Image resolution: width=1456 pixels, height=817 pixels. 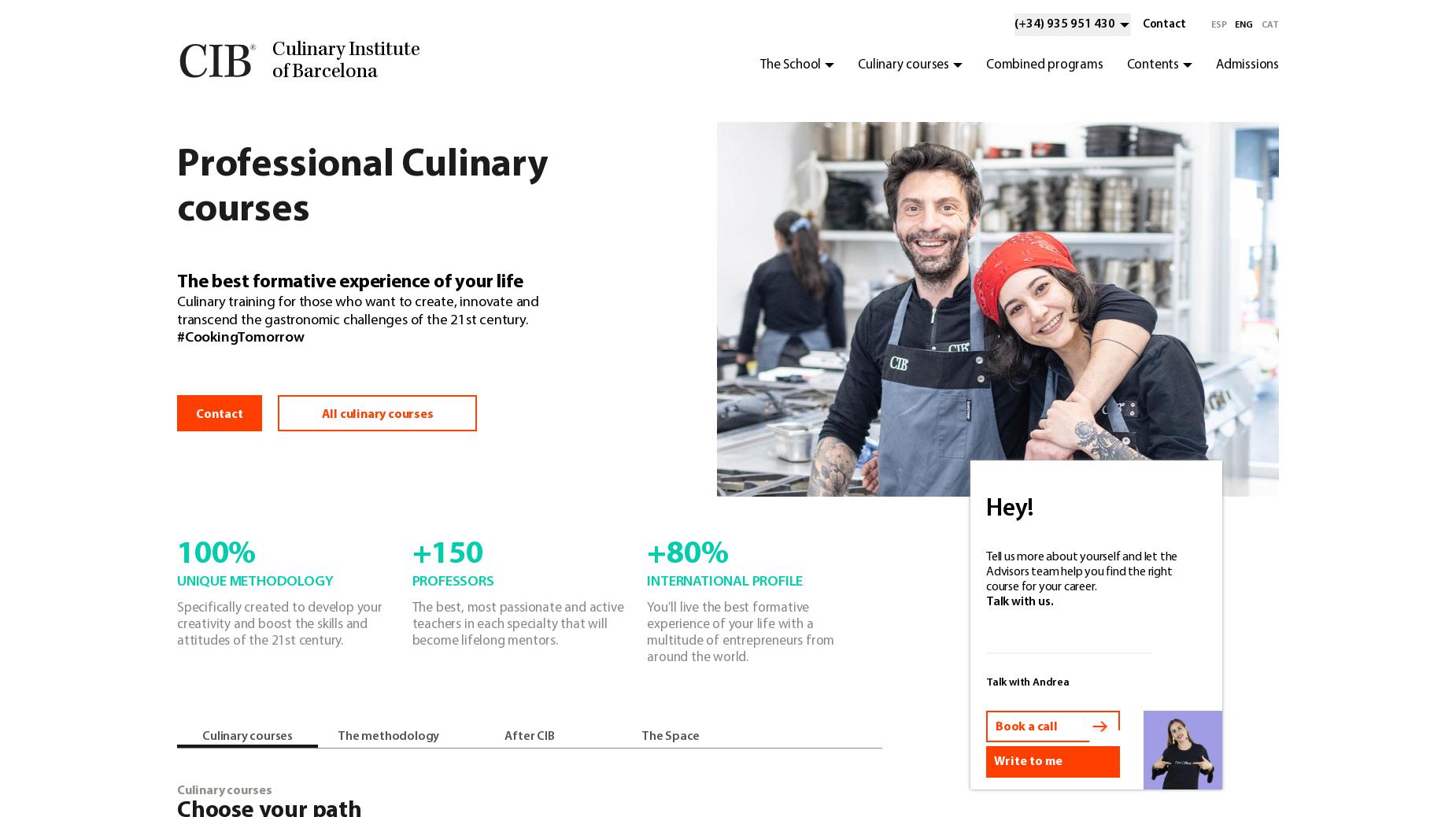 I want to click on 'Specifically created to develop your creativity and boost the skills and attitudes of the 21st century.', so click(x=279, y=624).